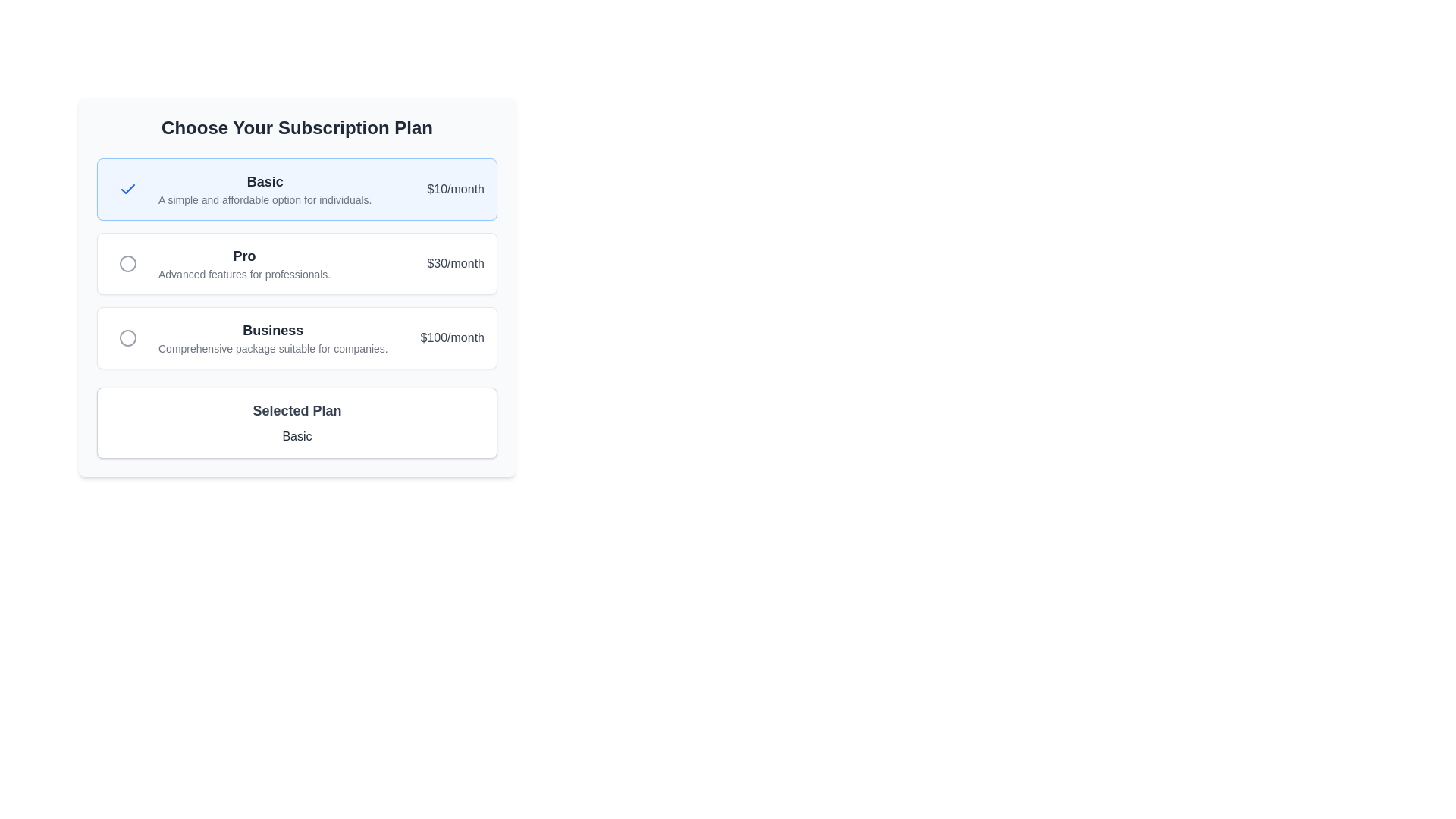  I want to click on the radio button located at the top-left corner of the 'Business' subscription plan selection card, so click(127, 337).